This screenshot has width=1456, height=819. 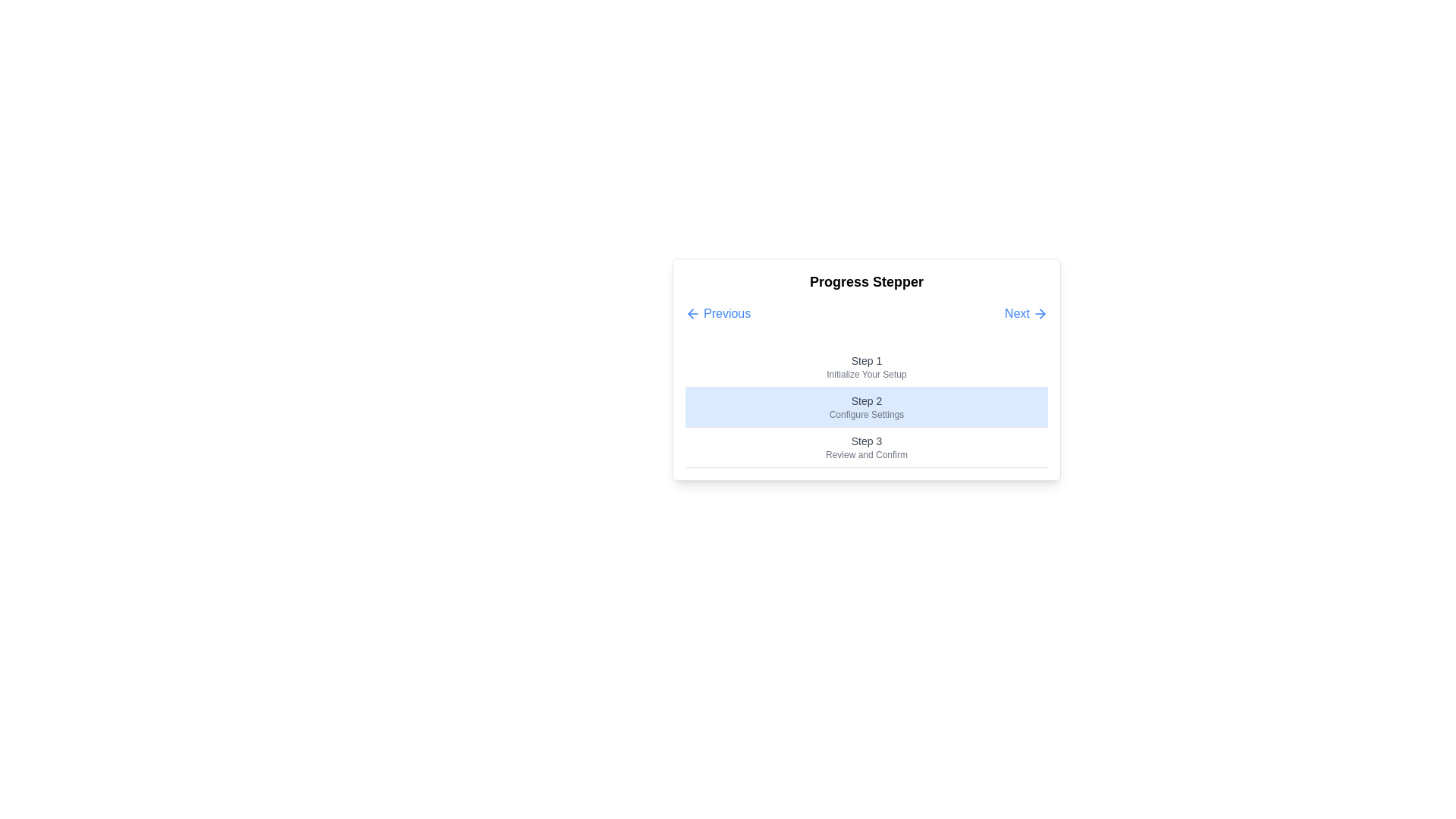 What do you see at coordinates (866, 415) in the screenshot?
I see `the 'Configure Settings' text label displayed in small gray font, which is positioned beneath the 'Step 2' label in the progress stepper component` at bounding box center [866, 415].